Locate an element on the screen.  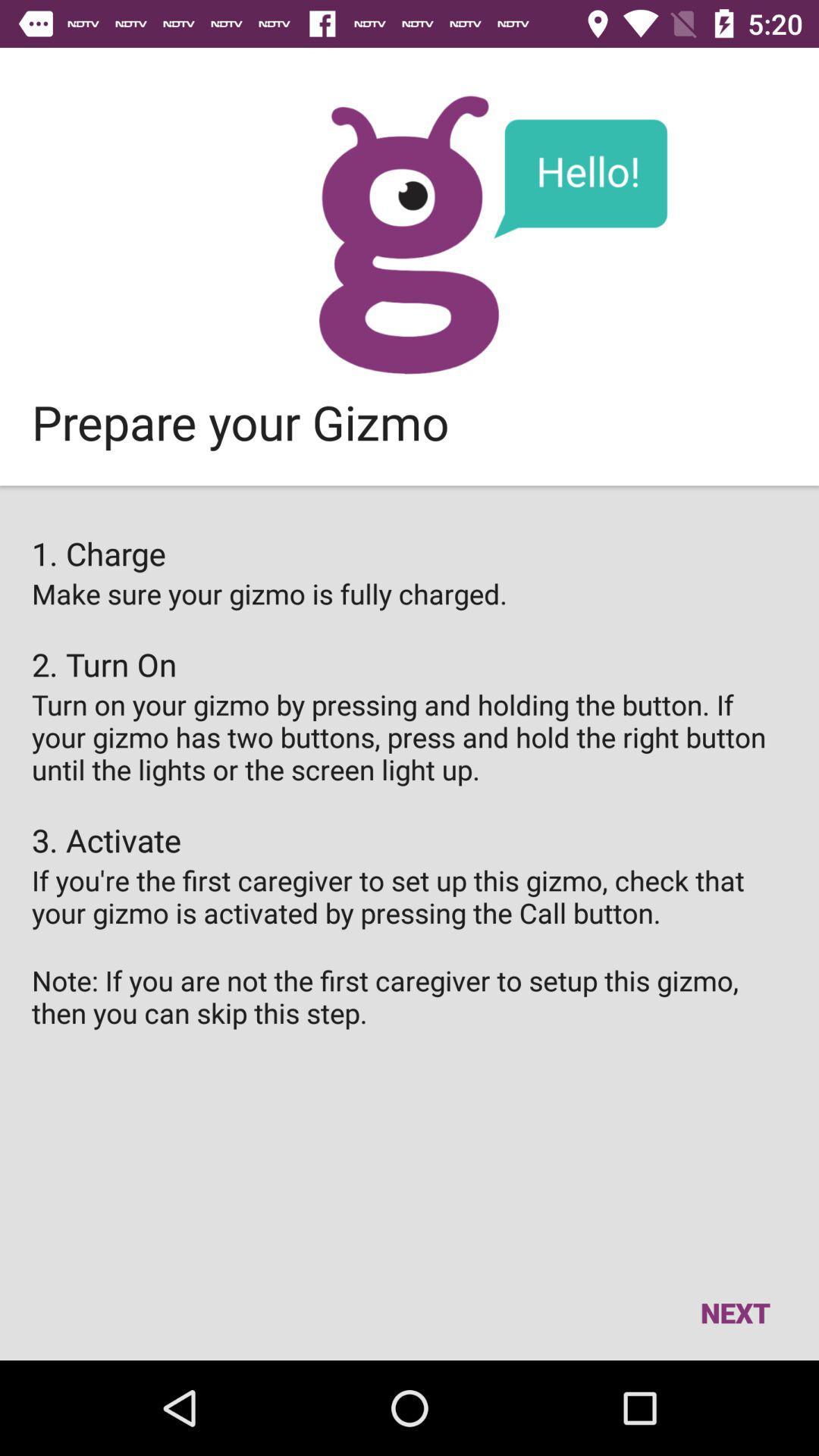
the next item is located at coordinates (734, 1312).